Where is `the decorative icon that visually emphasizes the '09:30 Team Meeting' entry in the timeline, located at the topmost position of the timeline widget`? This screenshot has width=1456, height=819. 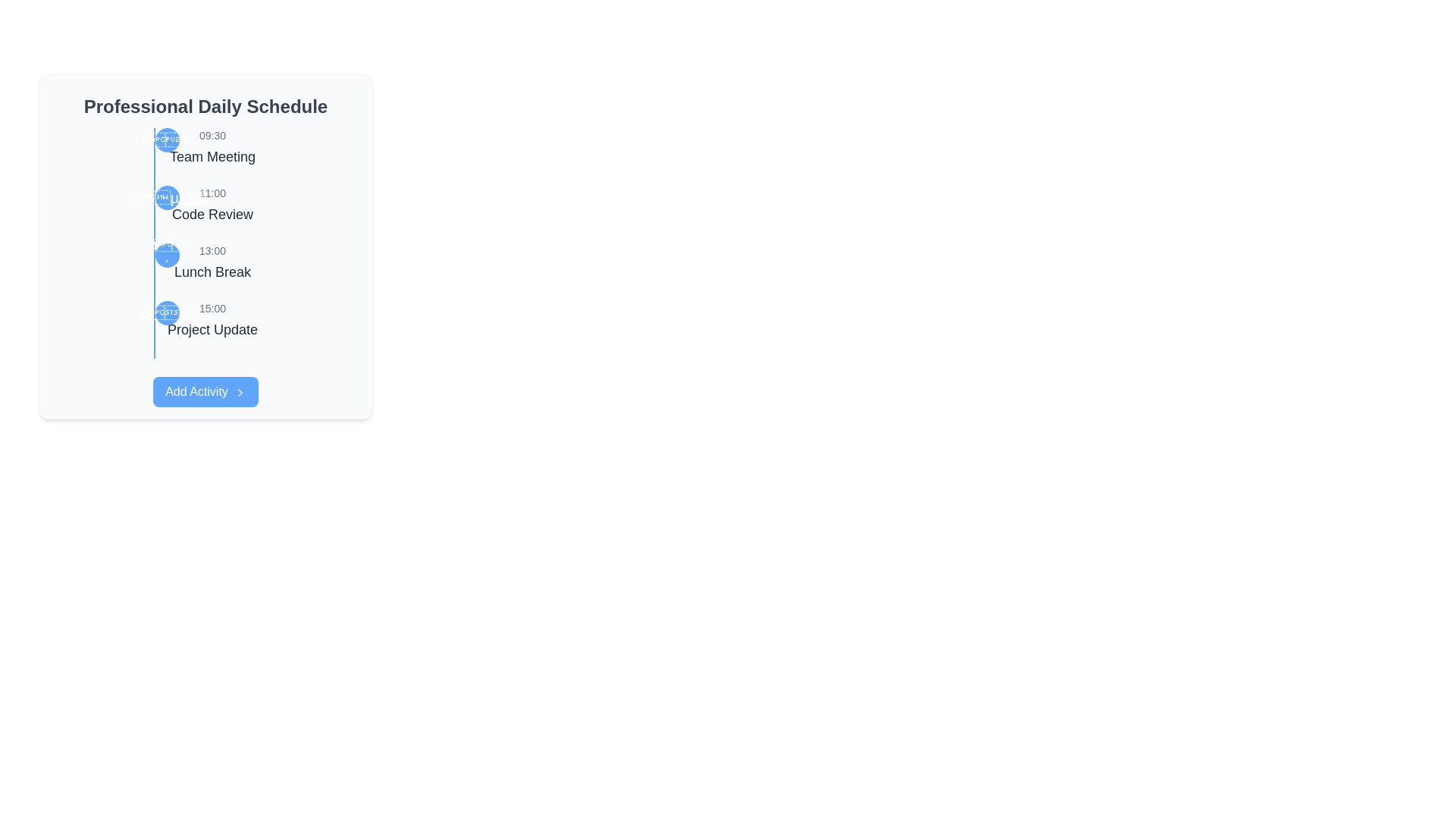
the decorative icon that visually emphasizes the '09:30 Team Meeting' entry in the timeline, located at the topmost position of the timeline widget is located at coordinates (167, 140).